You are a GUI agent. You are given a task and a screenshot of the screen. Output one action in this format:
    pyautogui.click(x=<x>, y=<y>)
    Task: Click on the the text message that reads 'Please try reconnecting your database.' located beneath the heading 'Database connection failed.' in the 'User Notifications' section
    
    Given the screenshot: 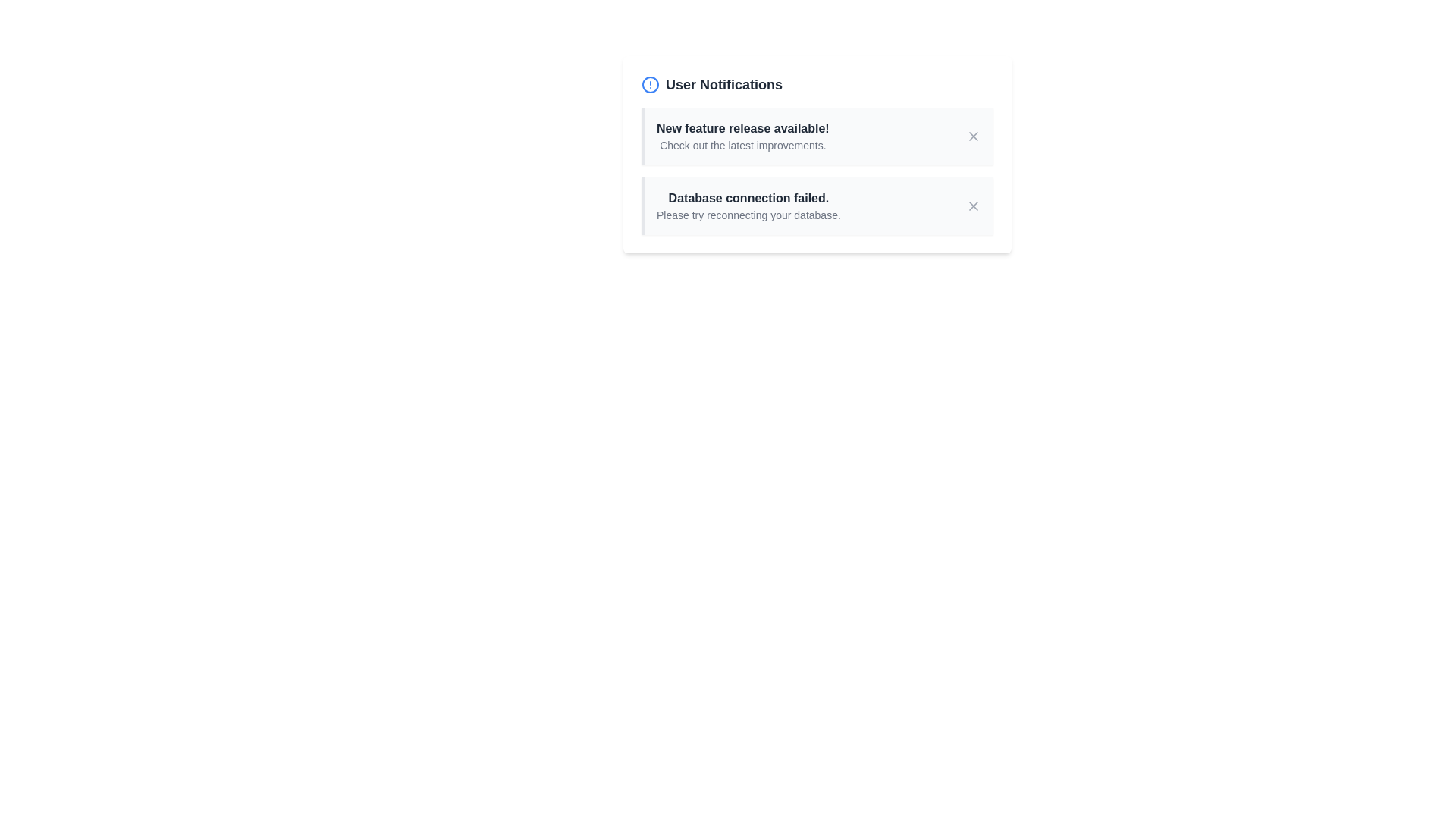 What is the action you would take?
    pyautogui.click(x=748, y=215)
    